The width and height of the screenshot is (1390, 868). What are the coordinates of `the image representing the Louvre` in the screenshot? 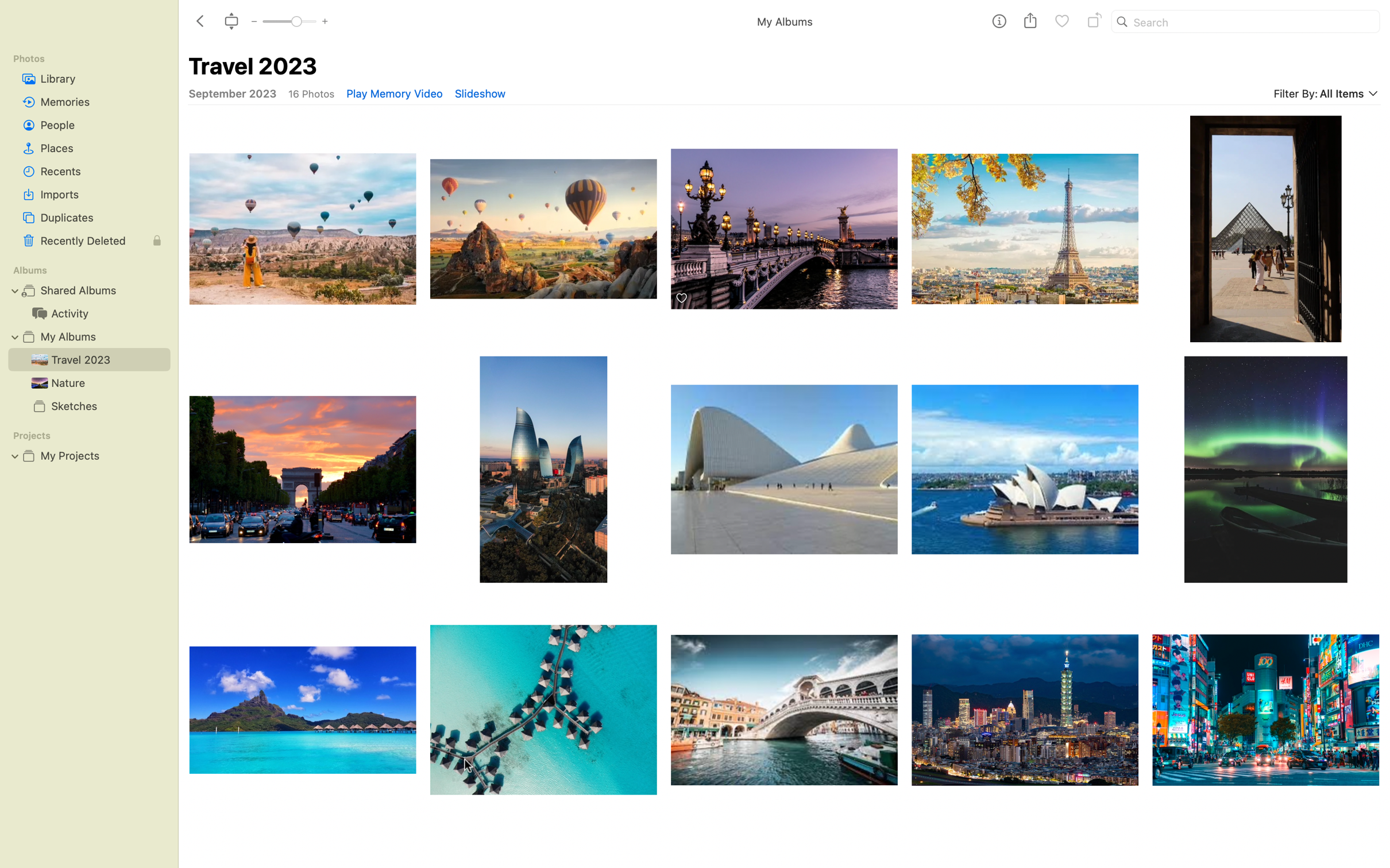 It's located at (1265, 226).